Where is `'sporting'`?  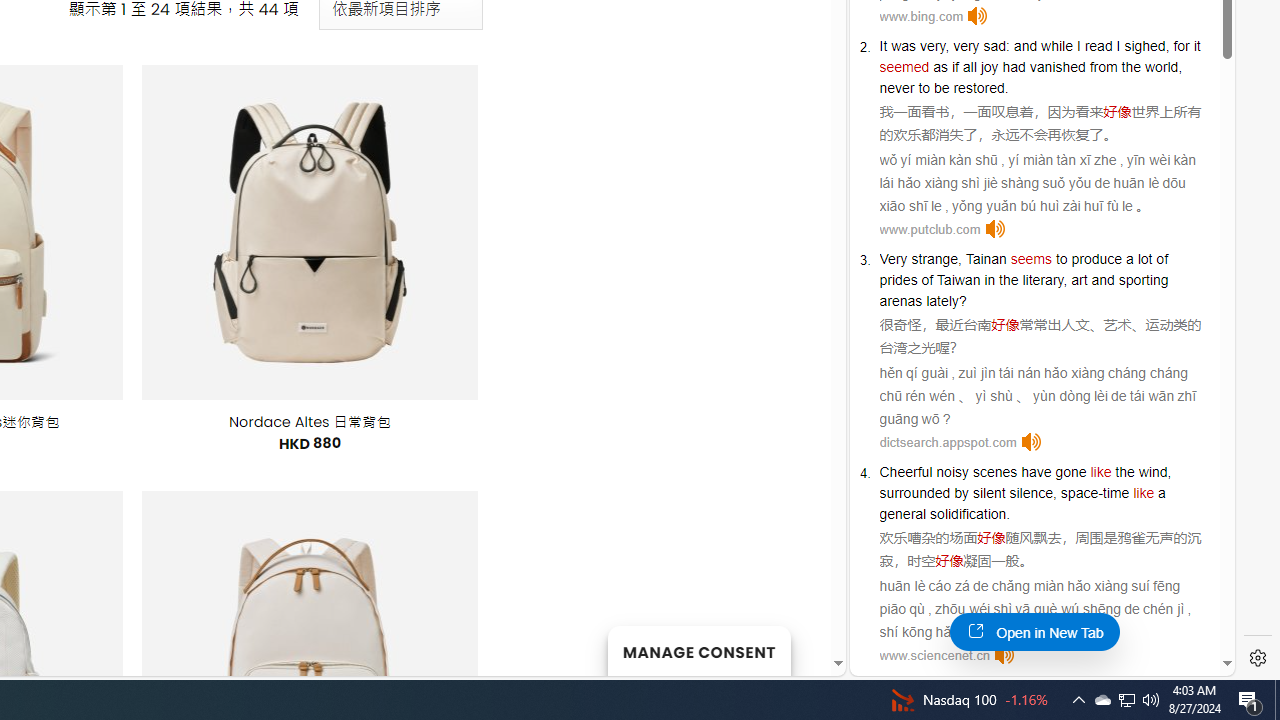 'sporting' is located at coordinates (1143, 280).